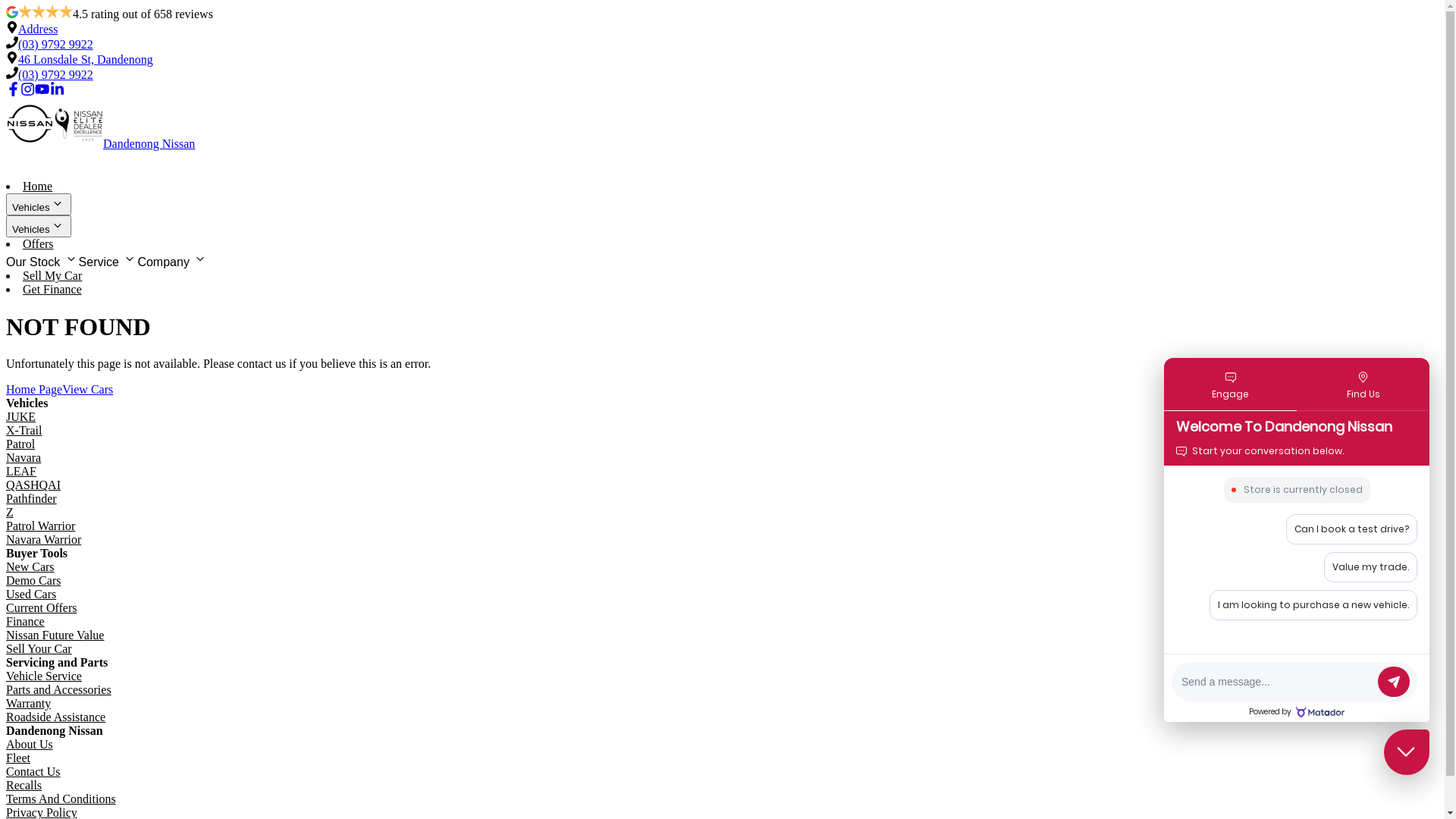  I want to click on 'Patrol Warrior', so click(6, 525).